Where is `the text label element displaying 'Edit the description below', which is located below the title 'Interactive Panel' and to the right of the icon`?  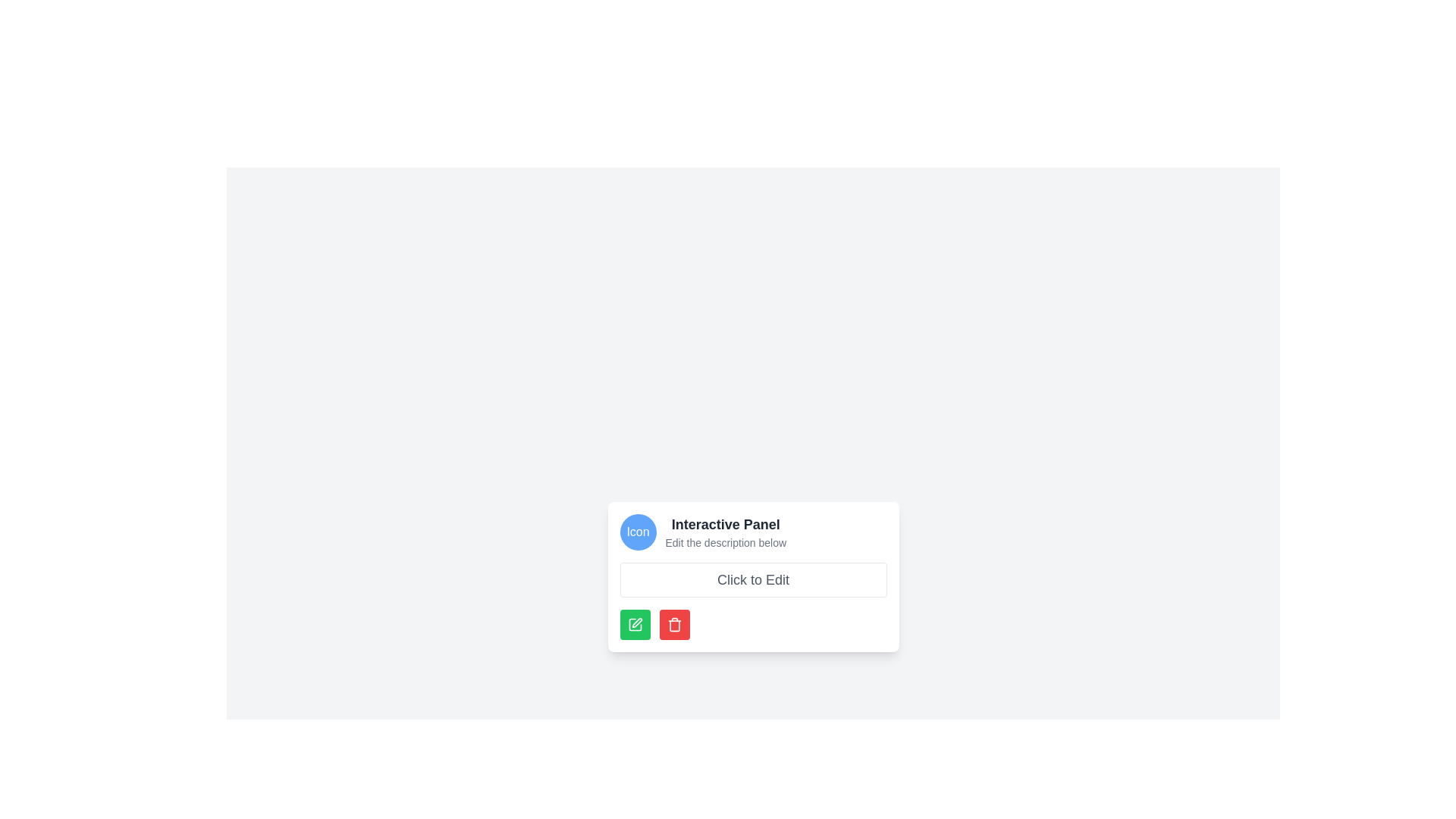
the text label element displaying 'Edit the description below', which is located below the title 'Interactive Panel' and to the right of the icon is located at coordinates (725, 542).